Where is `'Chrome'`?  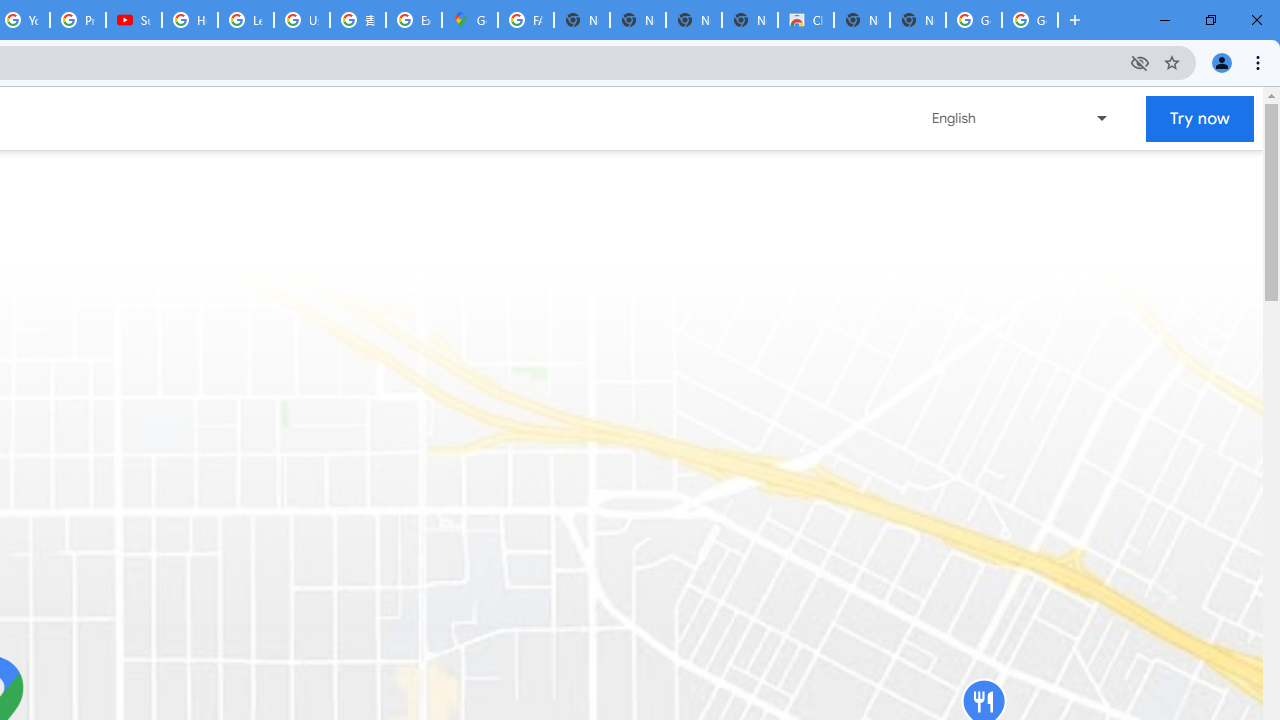 'Chrome' is located at coordinates (1259, 61).